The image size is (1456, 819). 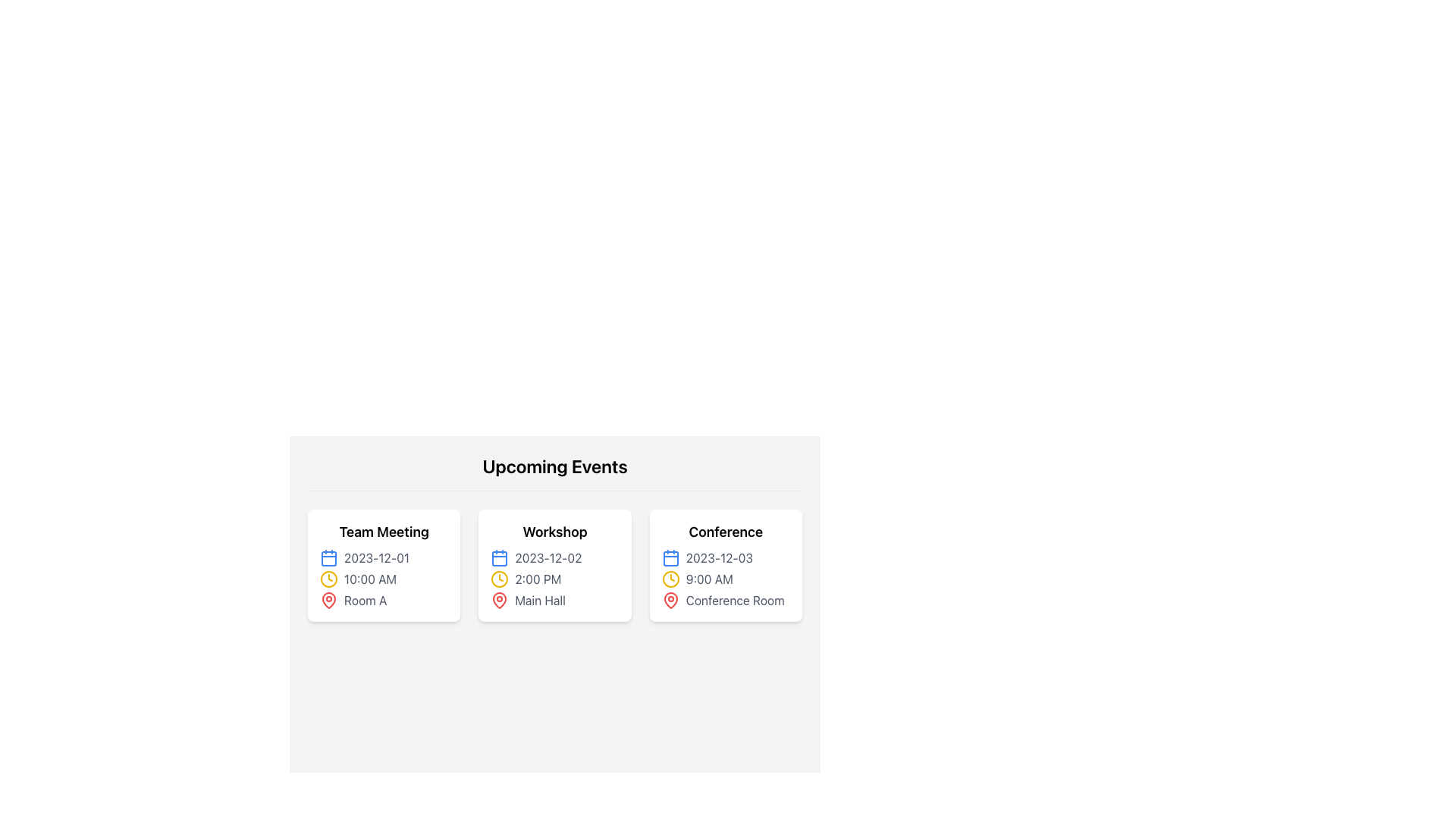 What do you see at coordinates (554, 579) in the screenshot?
I see `the time string '2:00 PM' styled in gray with an adjacent yellow clock icon within the light card interface for the 'Workshop' event` at bounding box center [554, 579].